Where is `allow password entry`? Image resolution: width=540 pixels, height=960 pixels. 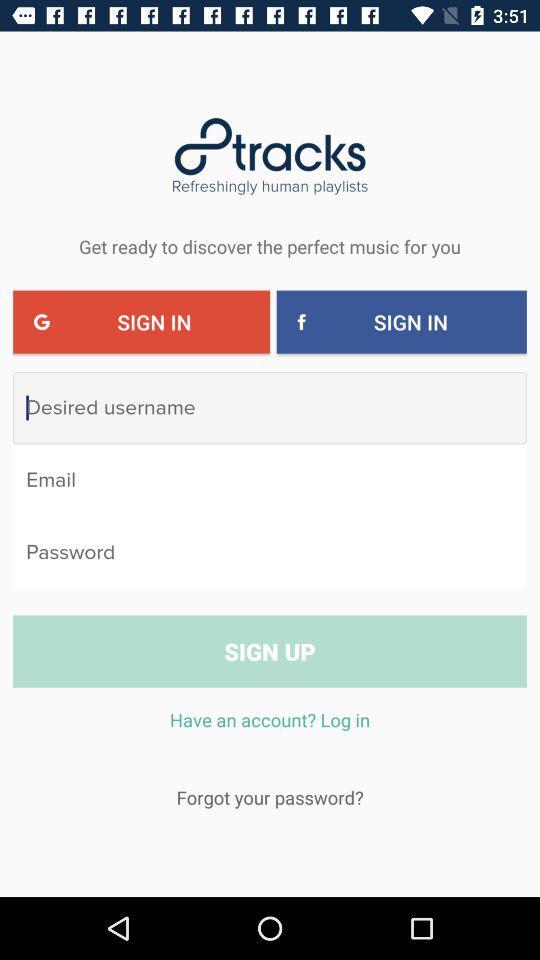 allow password entry is located at coordinates (270, 552).